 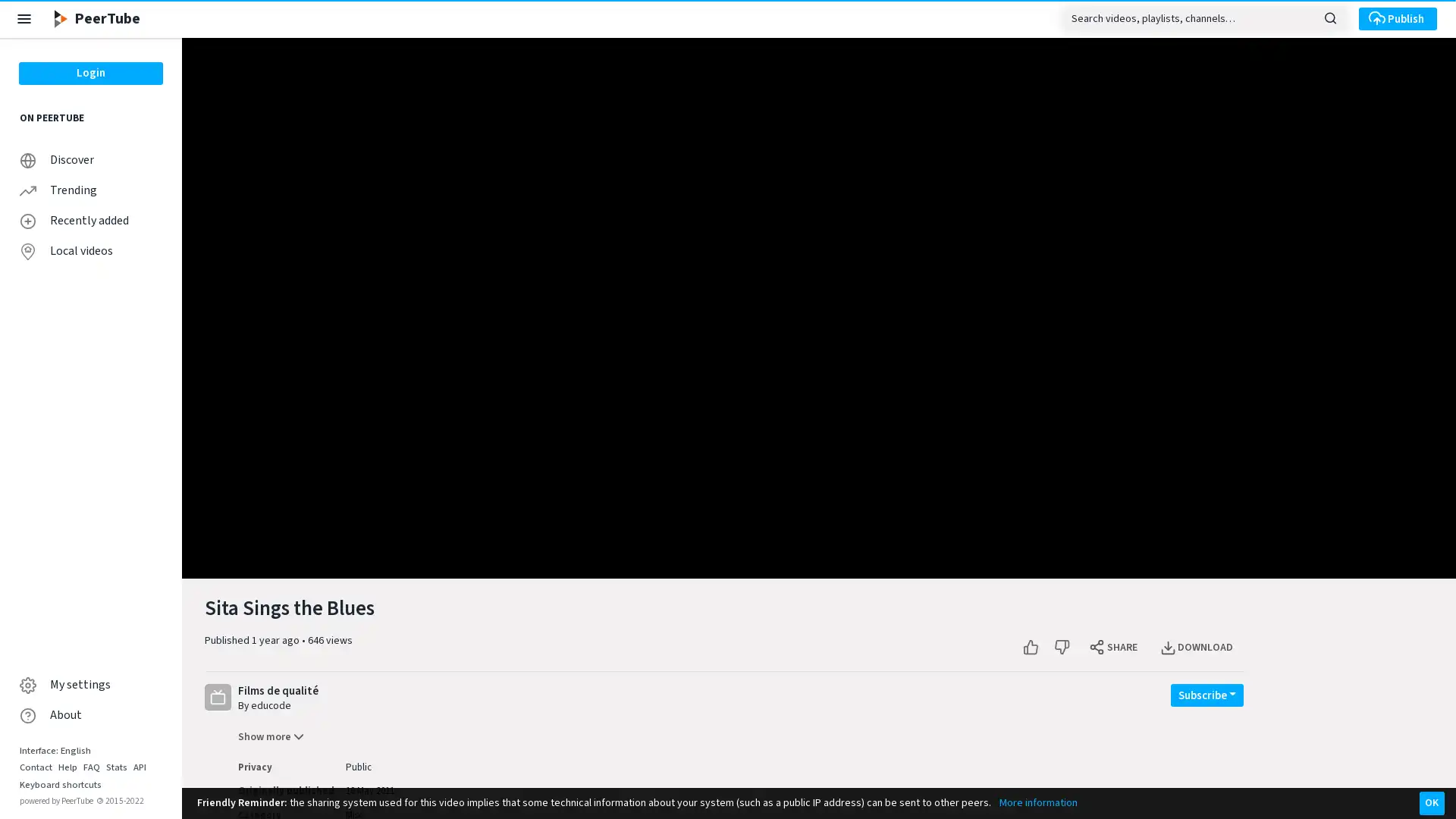 What do you see at coordinates (1329, 17) in the screenshot?
I see `Search` at bounding box center [1329, 17].